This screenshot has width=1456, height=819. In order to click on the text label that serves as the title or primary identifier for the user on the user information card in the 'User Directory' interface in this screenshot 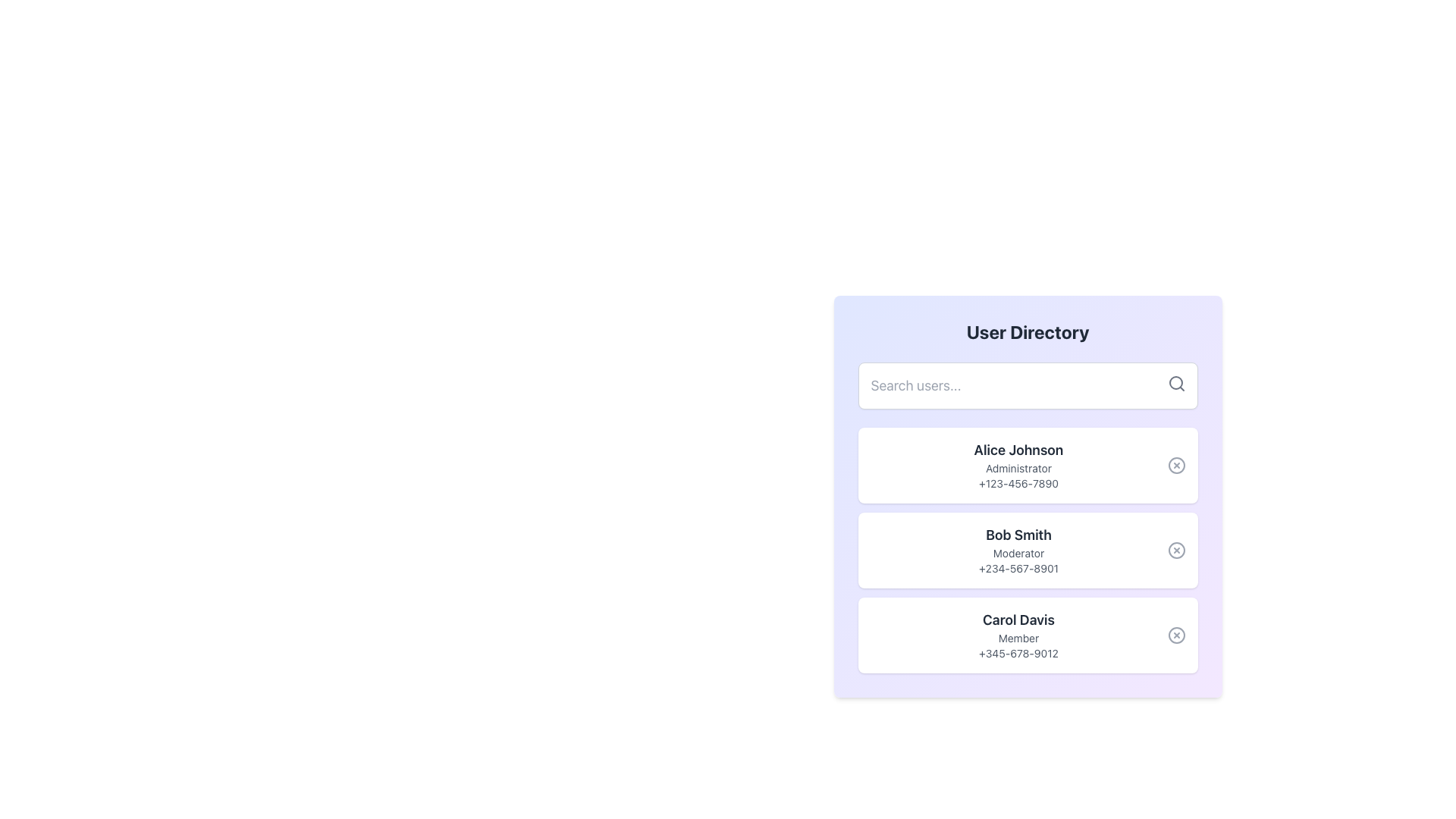, I will do `click(1018, 450)`.